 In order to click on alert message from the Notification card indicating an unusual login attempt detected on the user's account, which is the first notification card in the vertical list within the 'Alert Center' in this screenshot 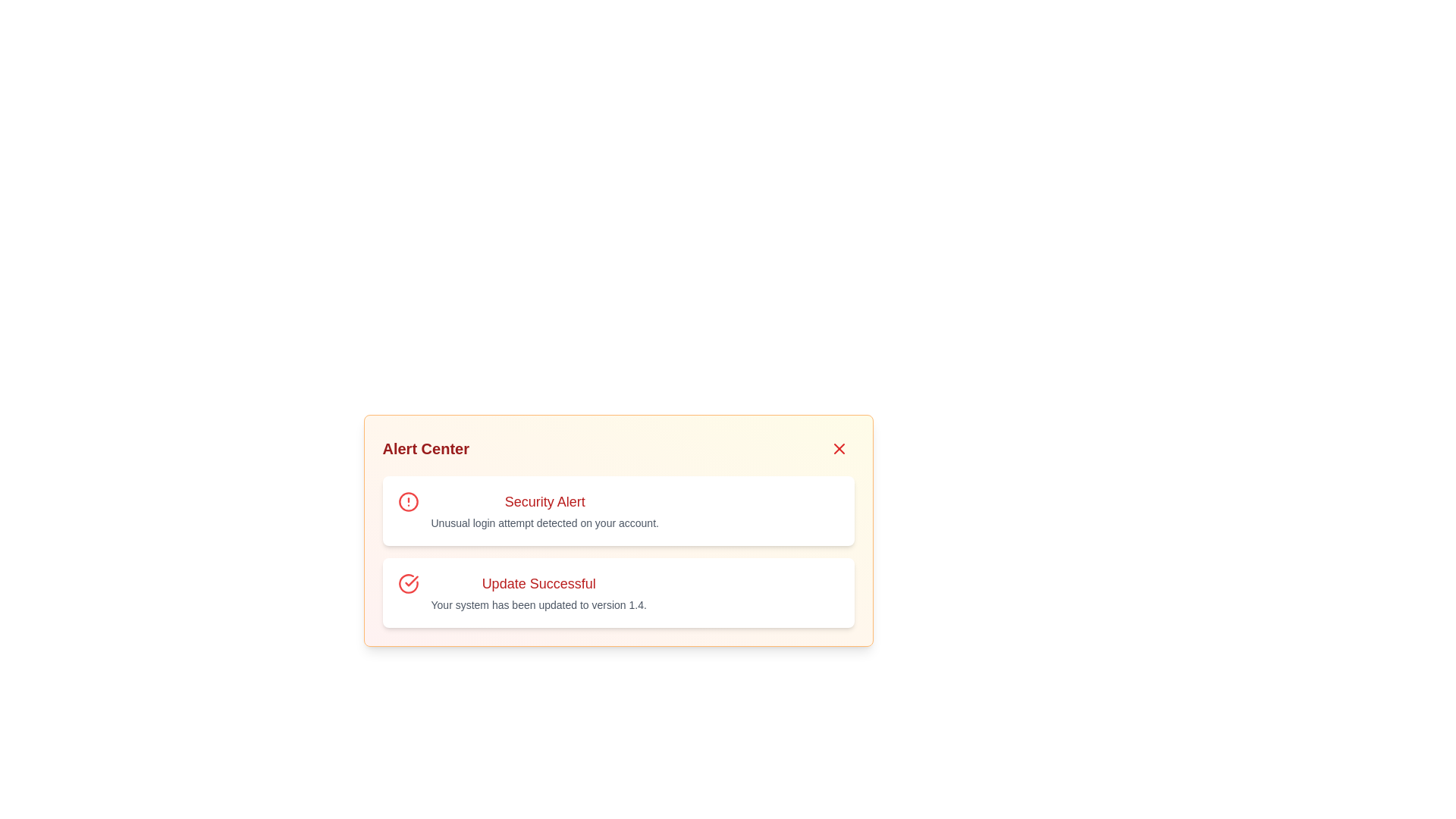, I will do `click(618, 511)`.